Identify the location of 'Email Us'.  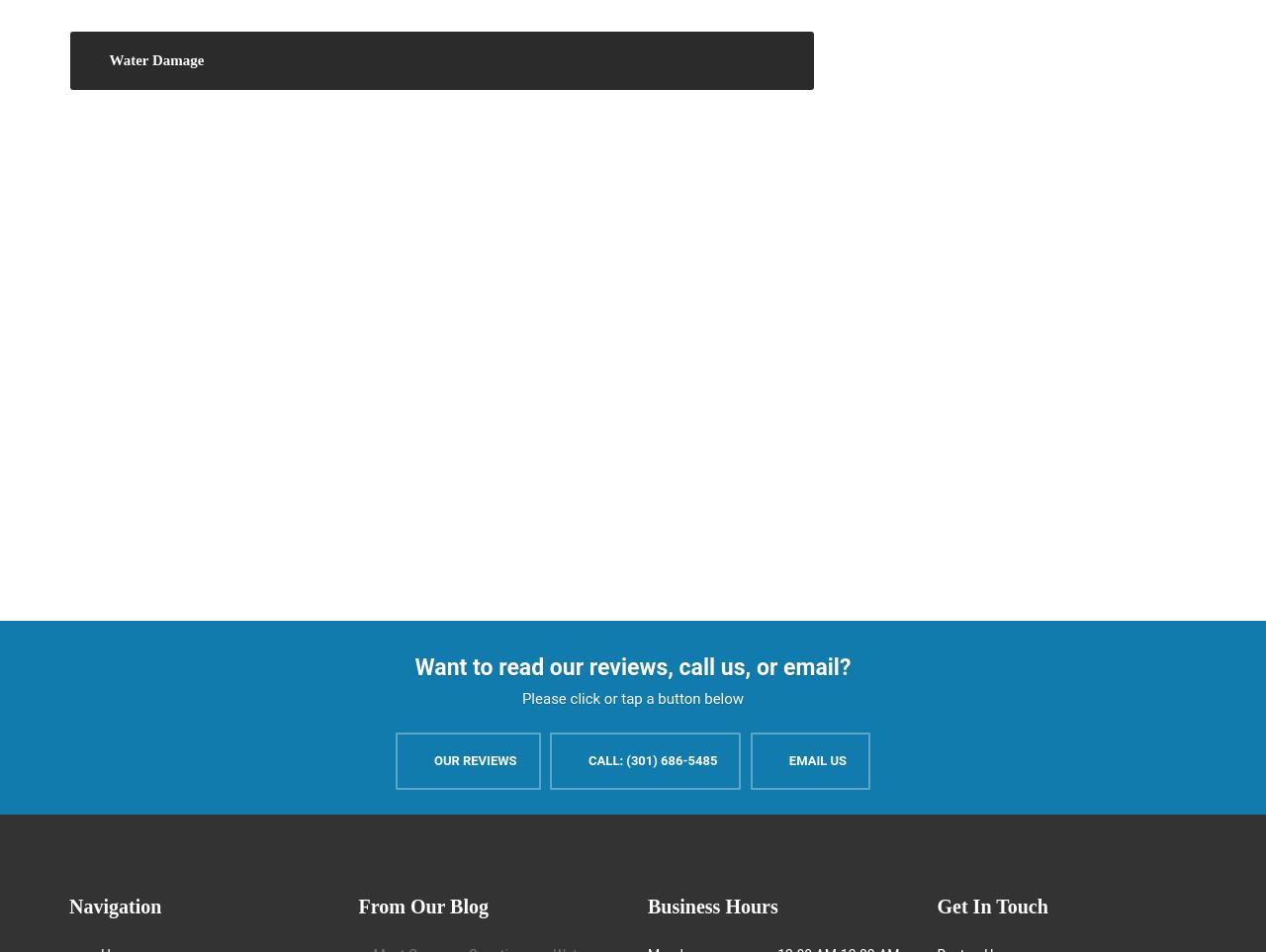
(787, 759).